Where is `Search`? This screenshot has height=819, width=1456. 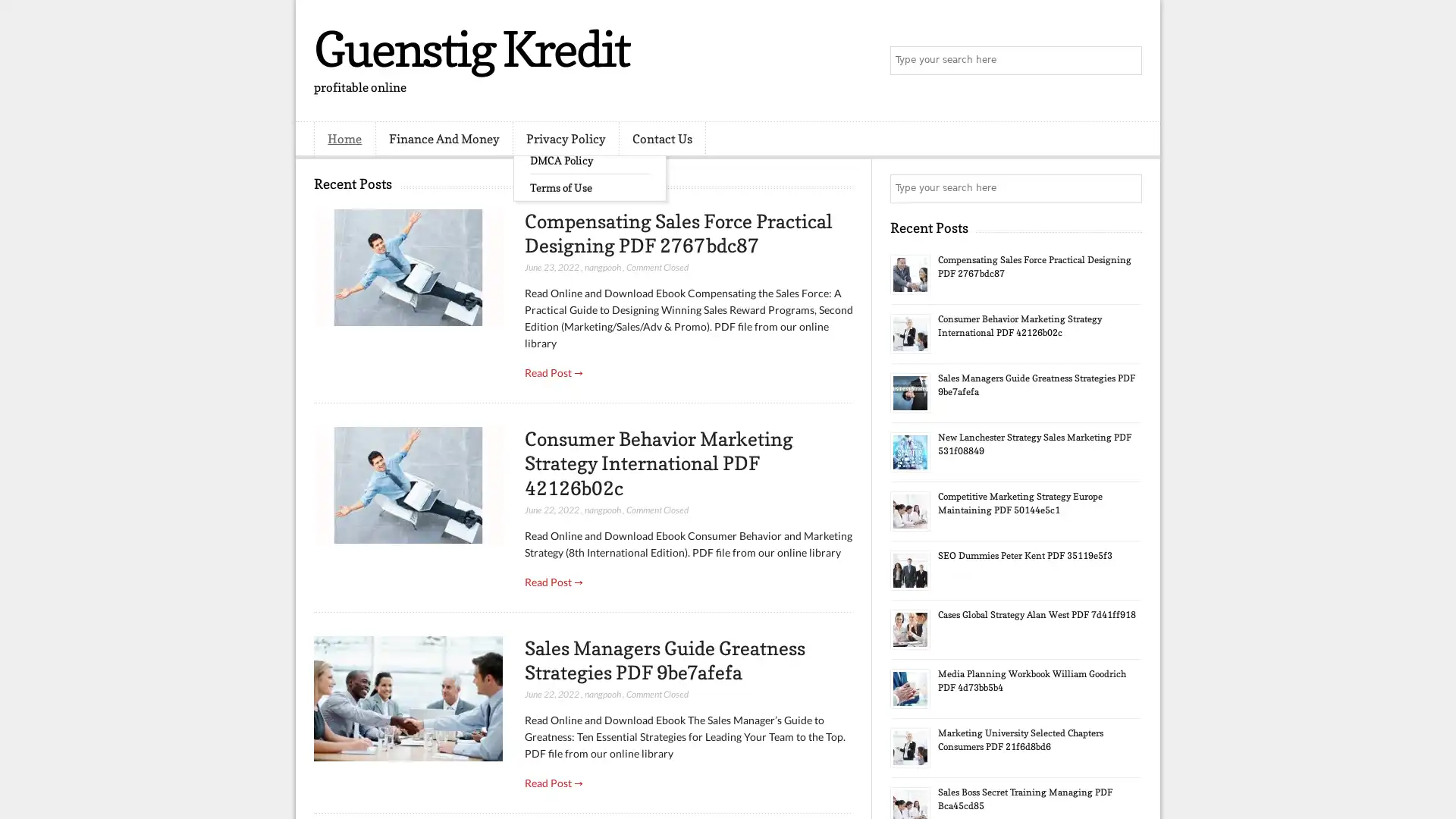 Search is located at coordinates (1126, 188).